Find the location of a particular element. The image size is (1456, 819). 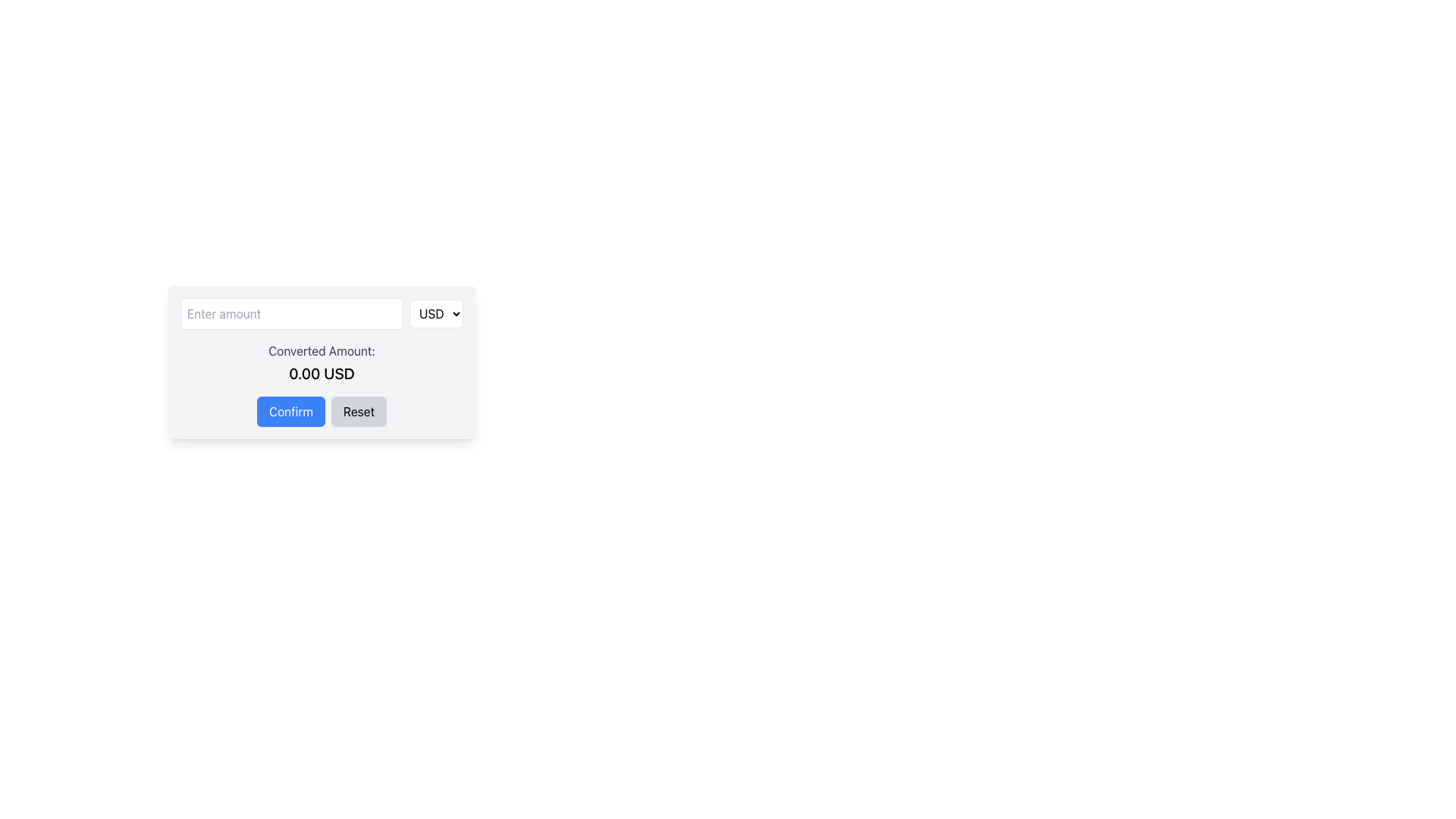

the text label reading 'Converted Amount:' which is styled in medium gray and positioned above the '0.00 USD' text is located at coordinates (321, 350).